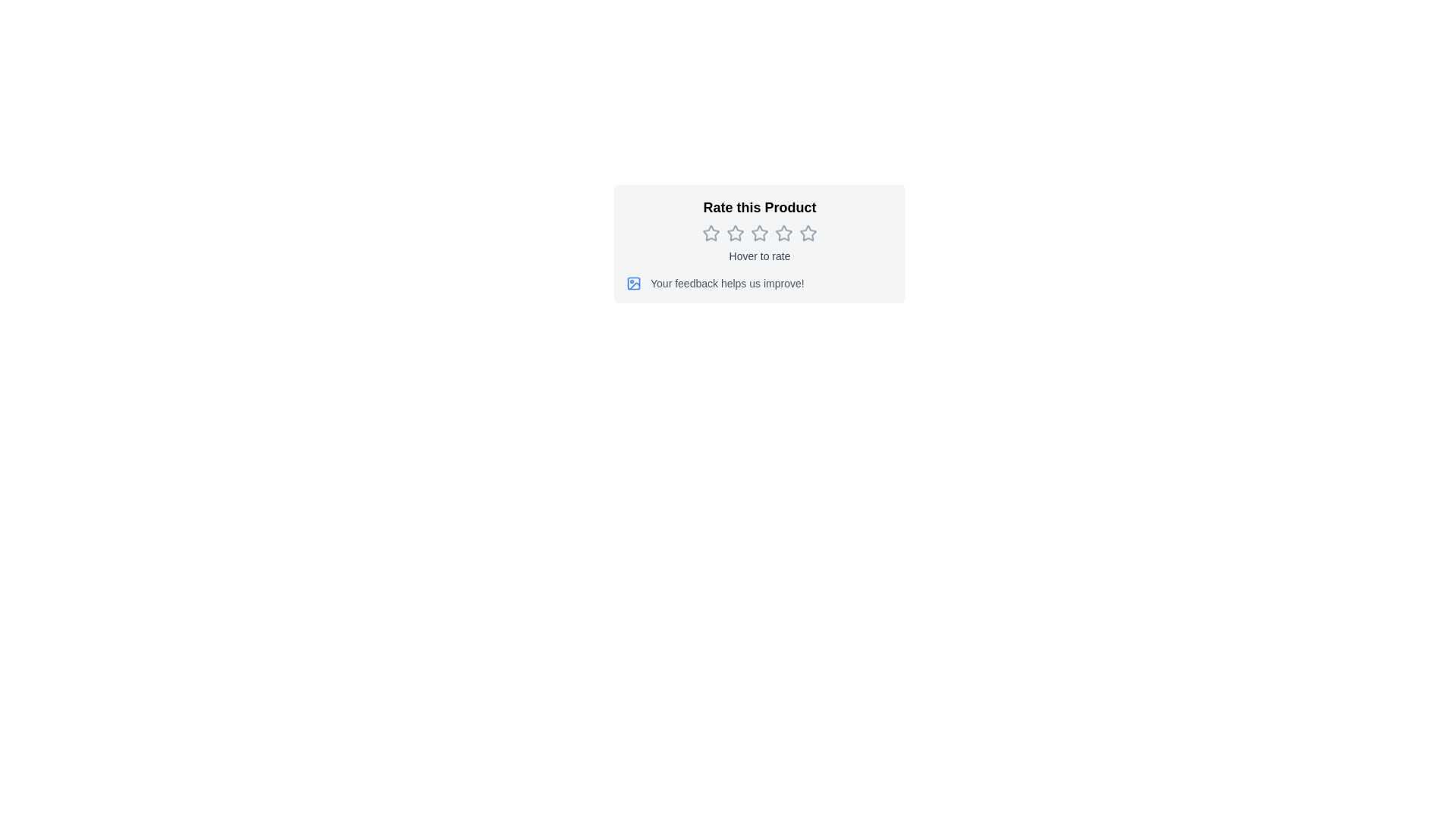 This screenshot has height=819, width=1456. I want to click on the second star in the rating widget, so click(735, 233).